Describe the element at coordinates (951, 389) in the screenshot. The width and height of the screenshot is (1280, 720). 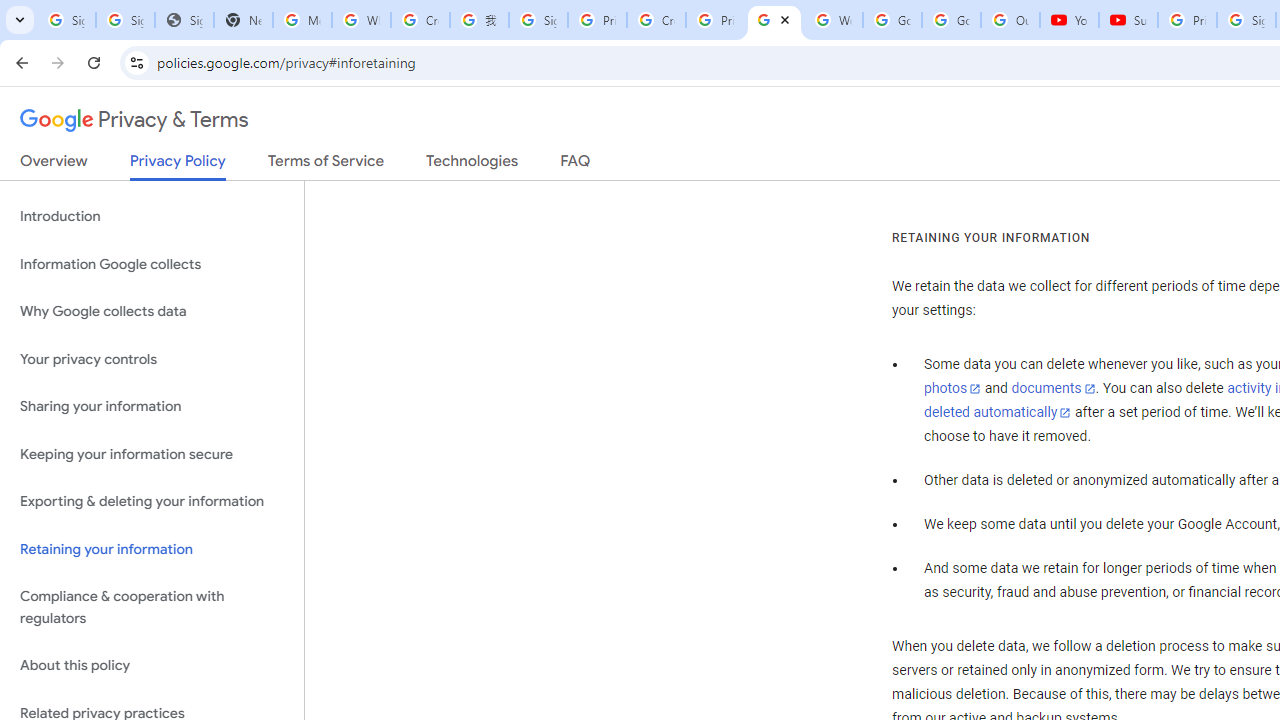
I see `'photos'` at that location.